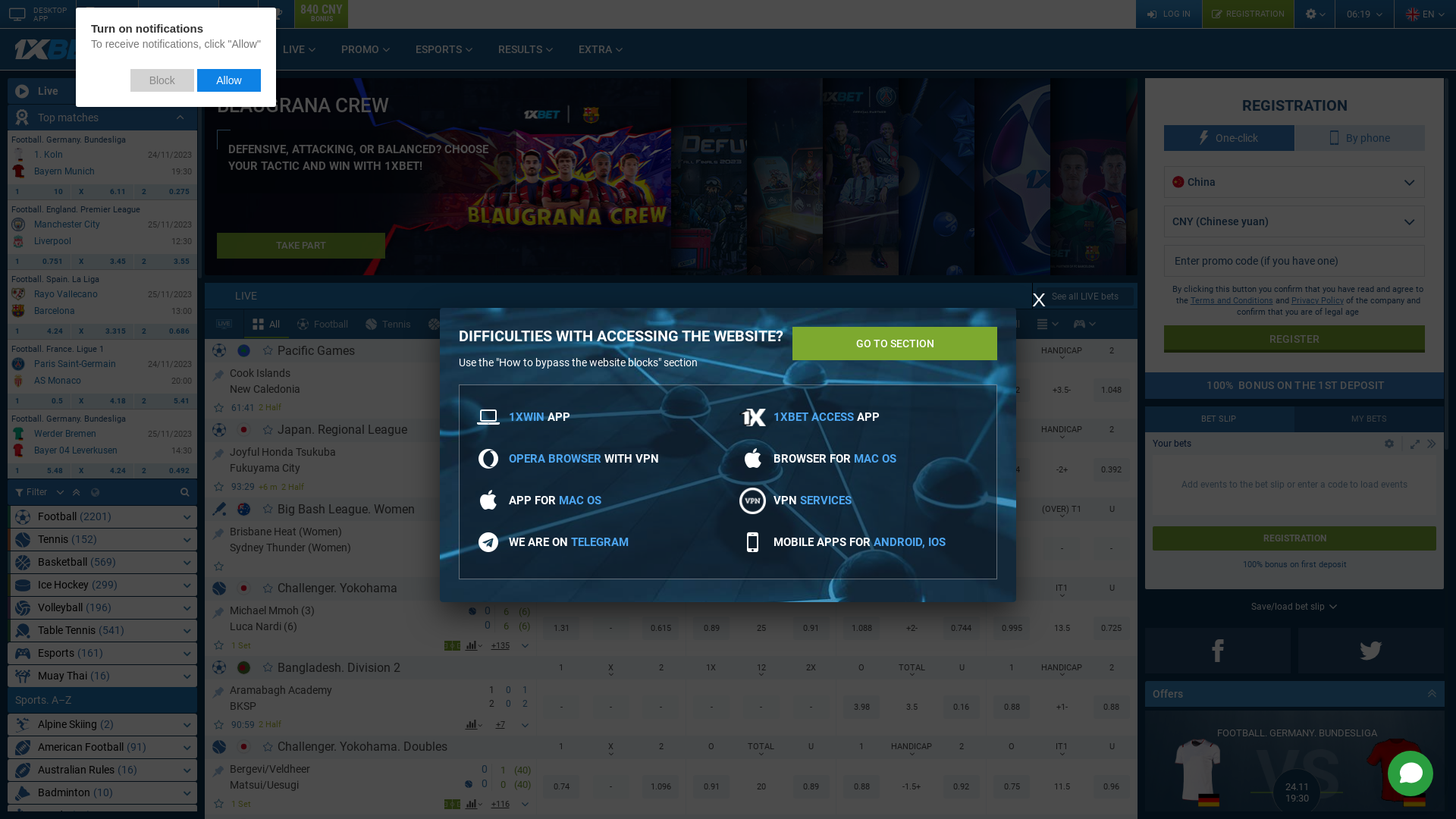 This screenshot has height=819, width=1456. What do you see at coordinates (294, 14) in the screenshot?
I see `'840 CNY` at bounding box center [294, 14].